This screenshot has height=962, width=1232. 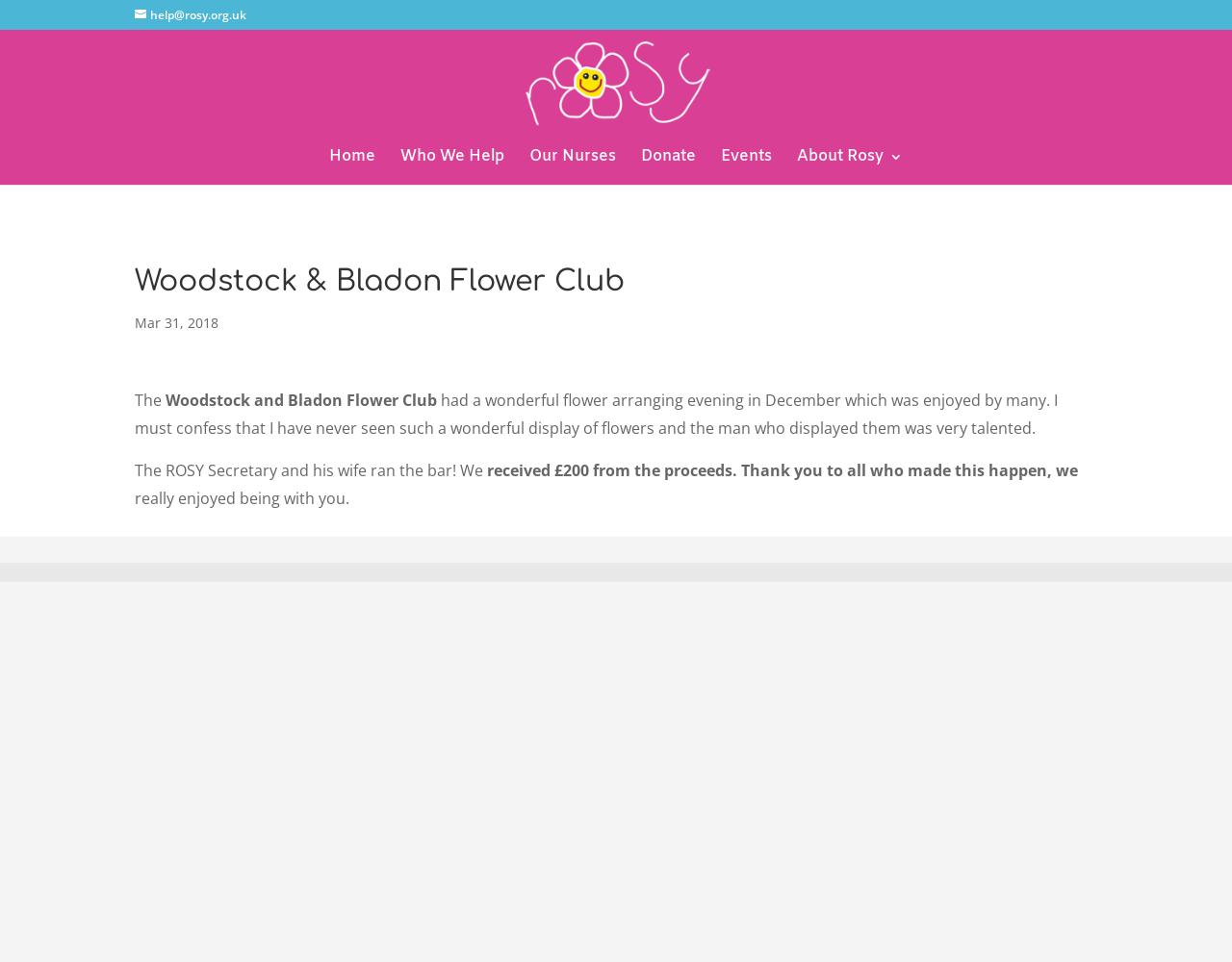 What do you see at coordinates (834, 521) in the screenshot?
I see `'Contact'` at bounding box center [834, 521].